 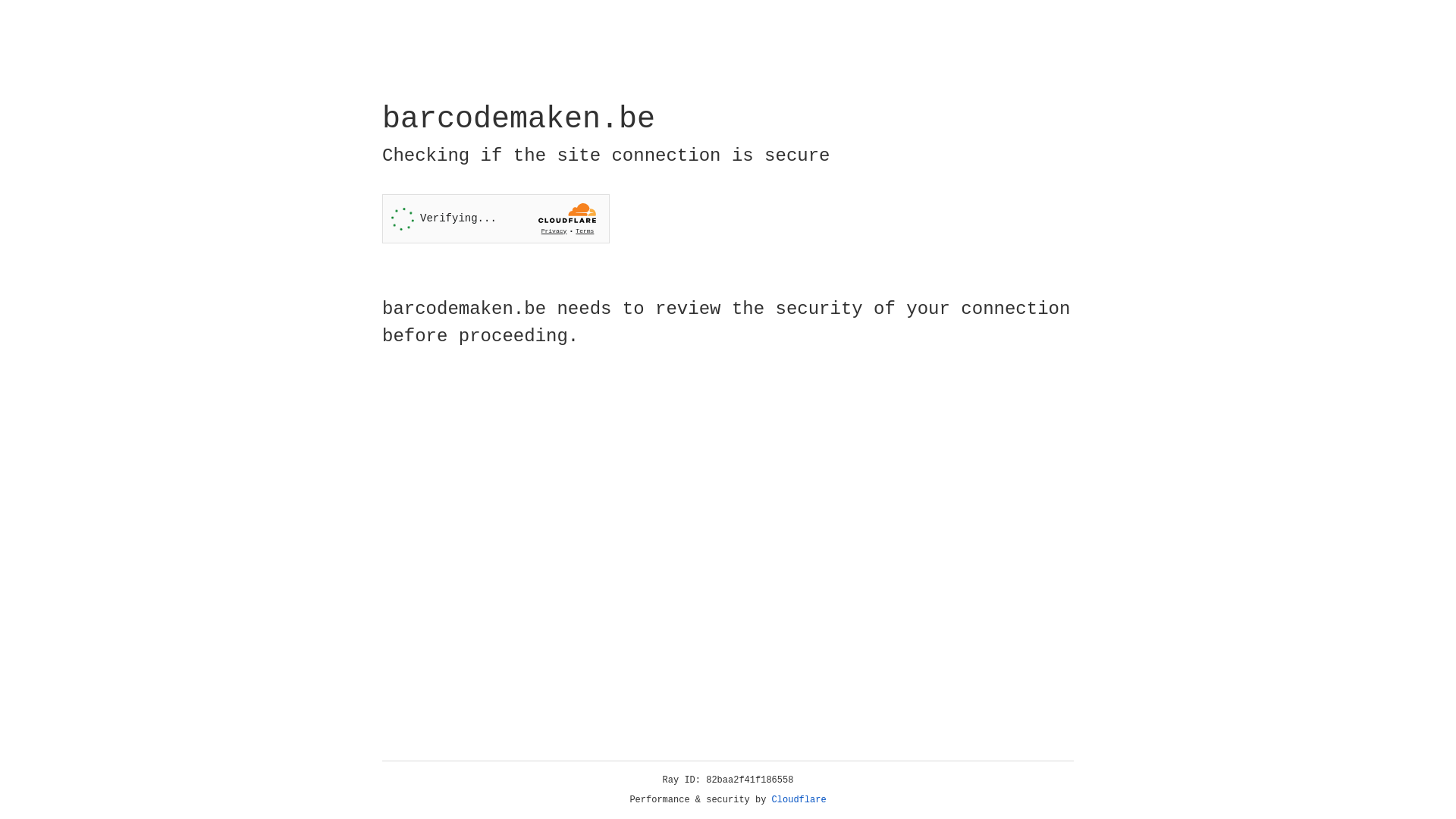 What do you see at coordinates (495, 218) in the screenshot?
I see `'Widget containing a Cloudflare security challenge'` at bounding box center [495, 218].